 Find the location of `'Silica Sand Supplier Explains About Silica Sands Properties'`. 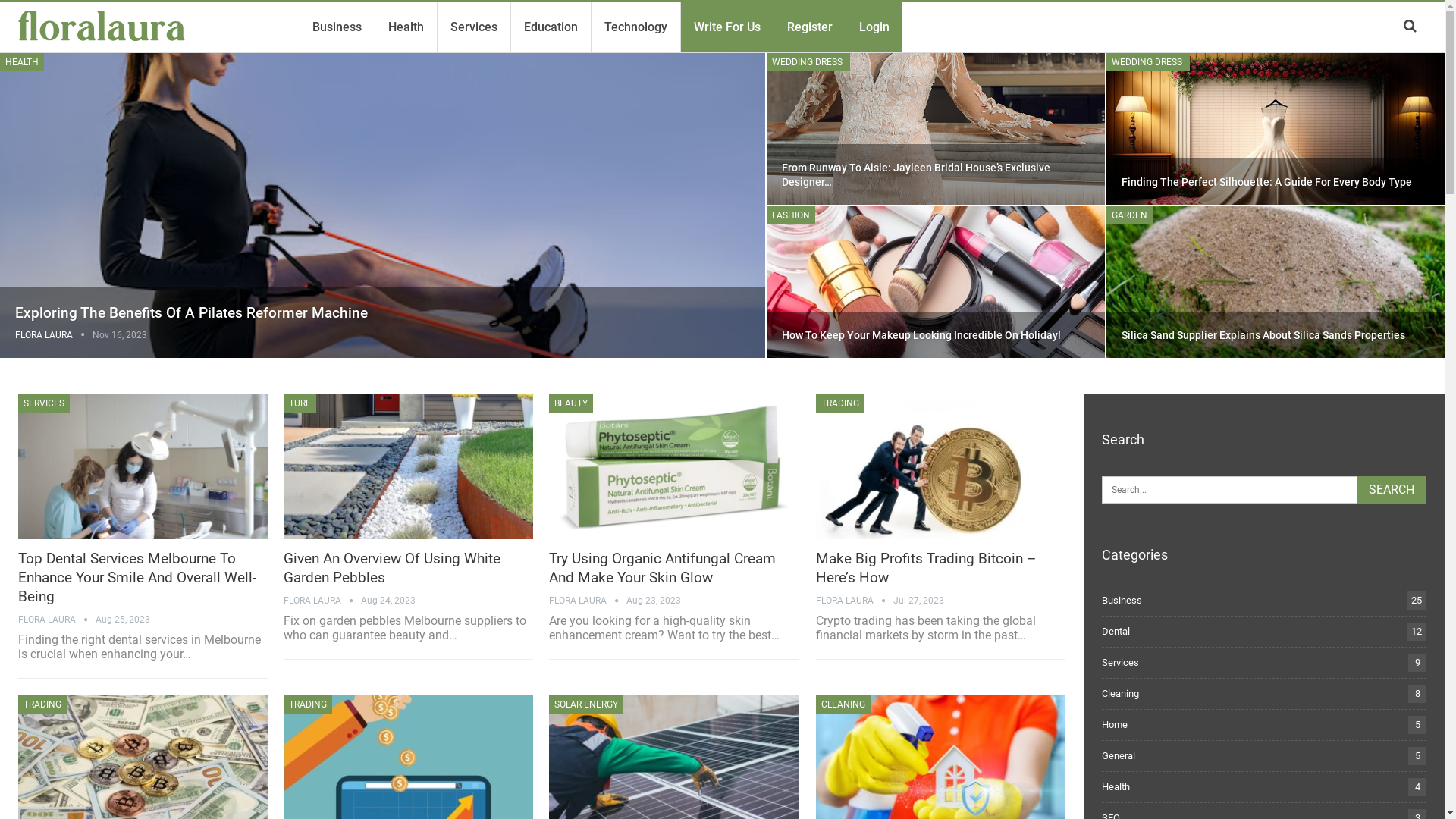

'Silica Sand Supplier Explains About Silica Sands Properties' is located at coordinates (1105, 281).